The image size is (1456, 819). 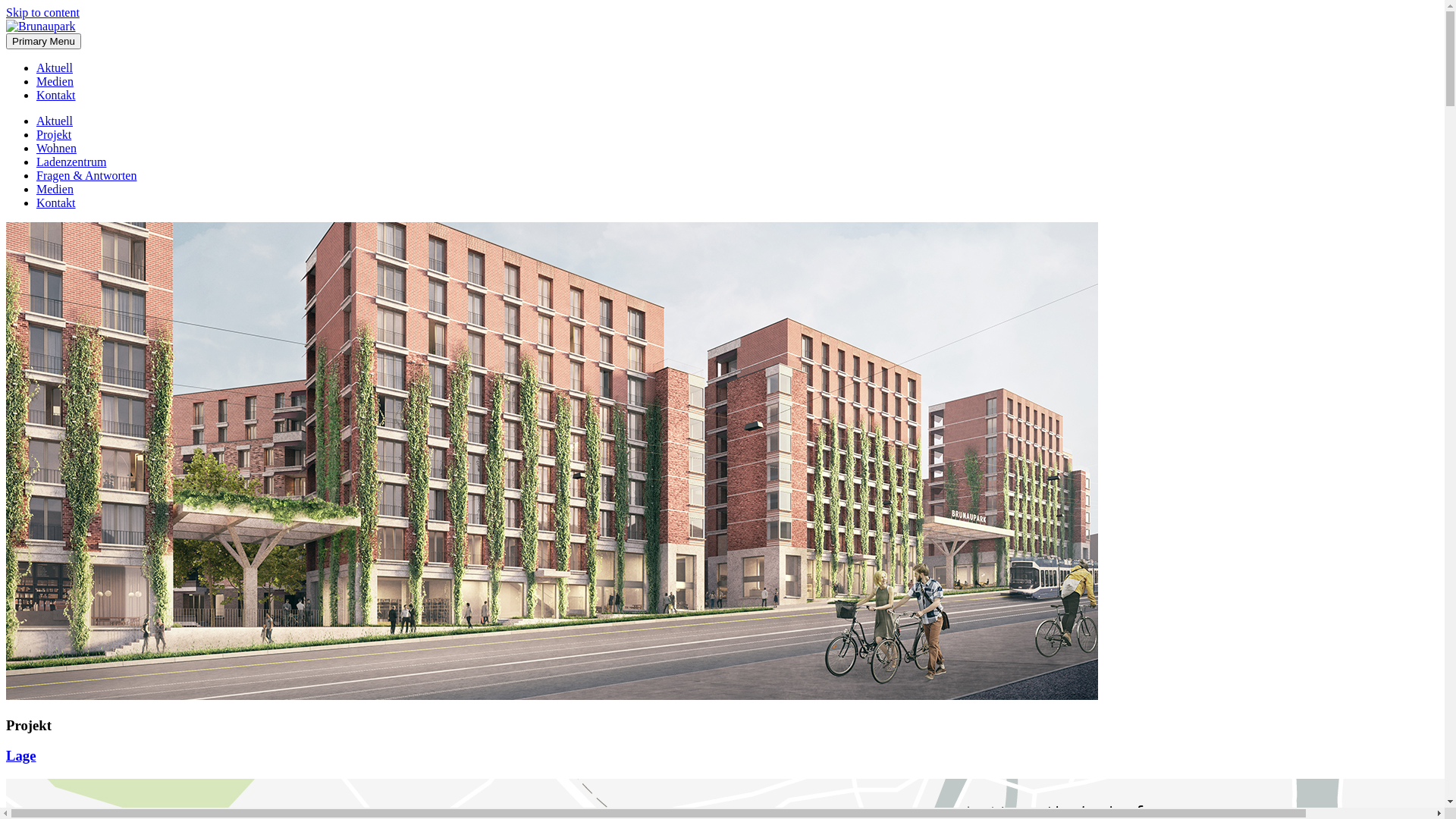 What do you see at coordinates (55, 81) in the screenshot?
I see `'Medien'` at bounding box center [55, 81].